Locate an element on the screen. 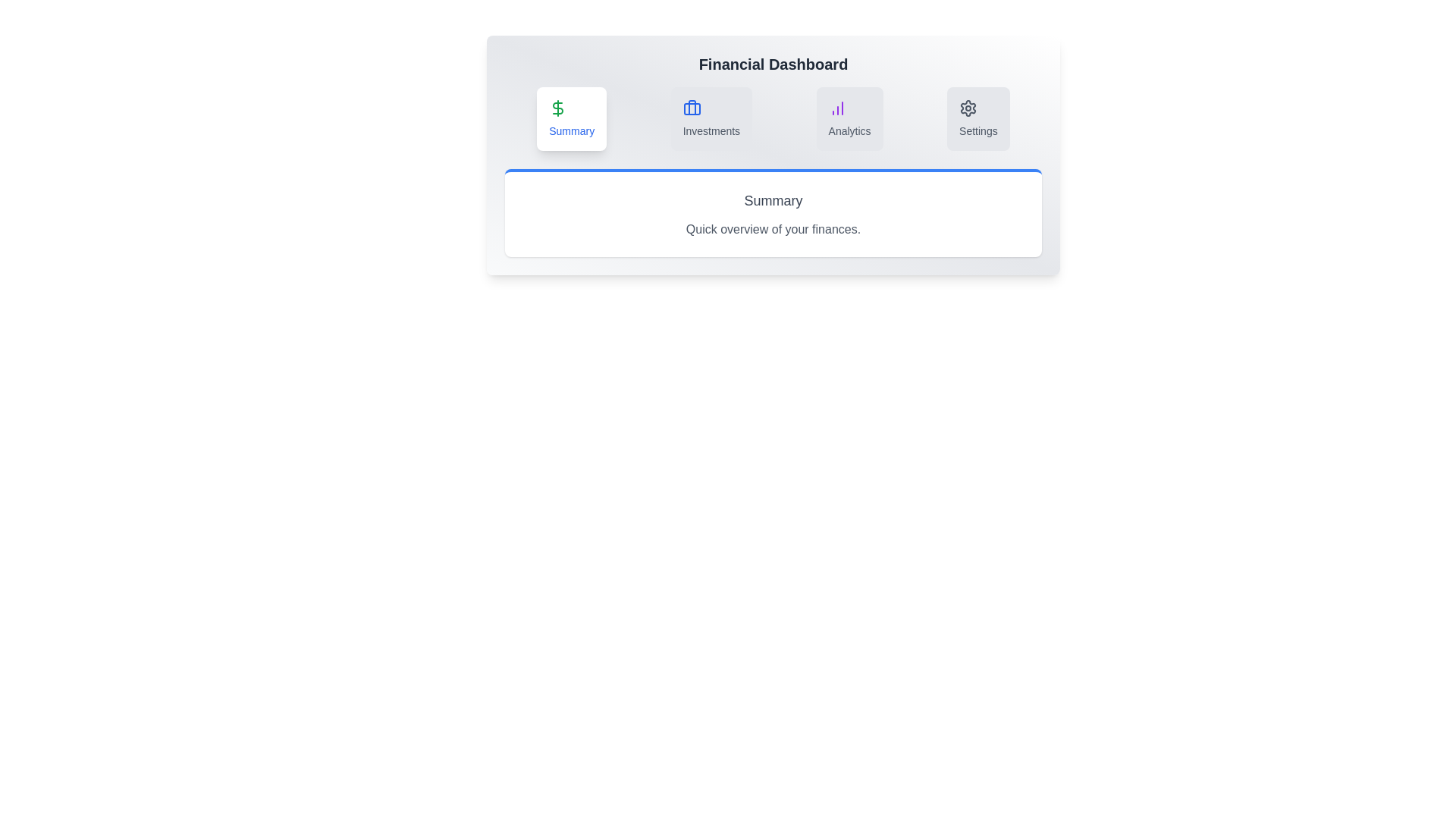  the tab with the label Settings is located at coordinates (978, 118).